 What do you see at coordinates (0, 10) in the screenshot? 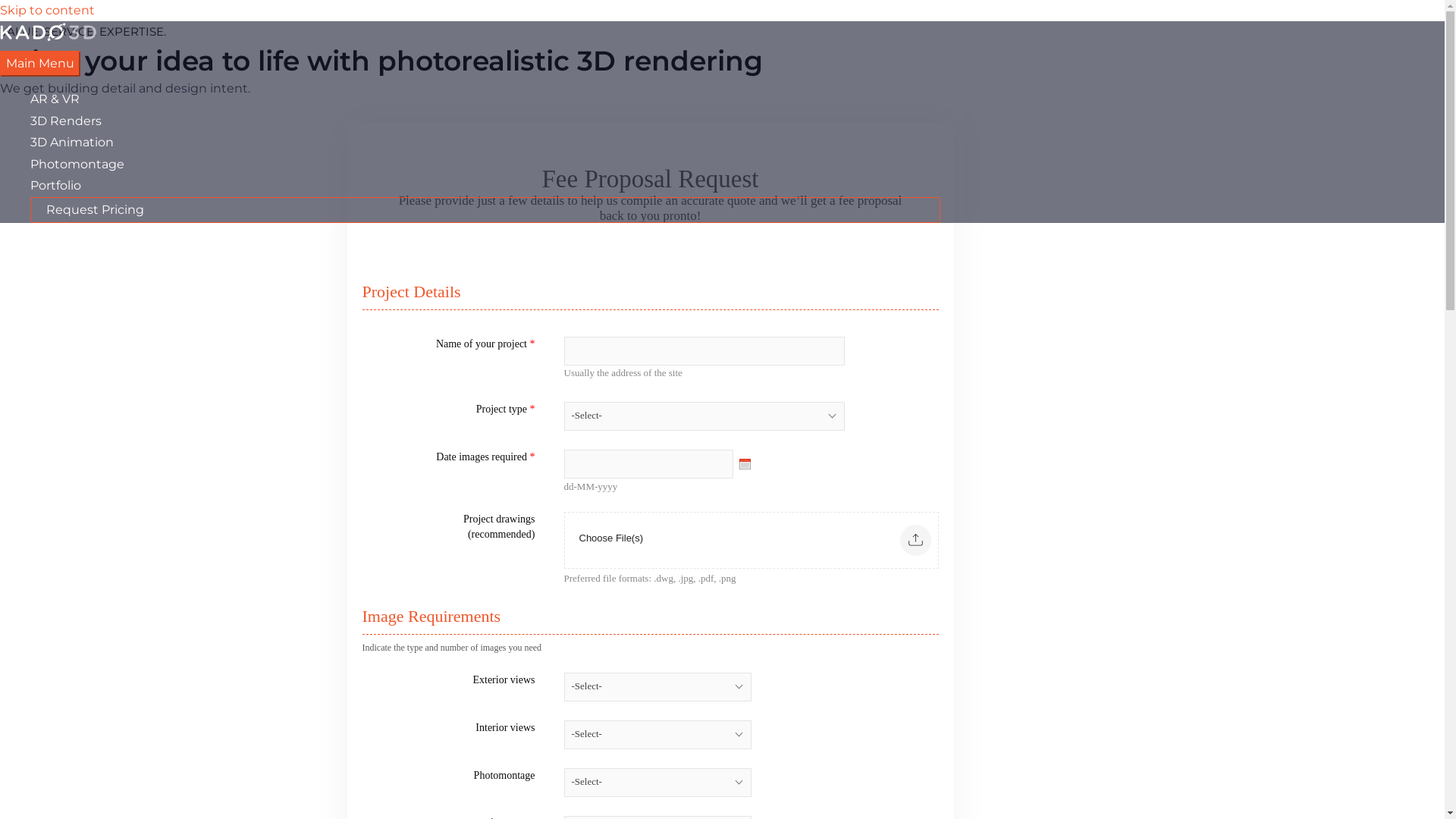
I see `'Skip to content'` at bounding box center [0, 10].